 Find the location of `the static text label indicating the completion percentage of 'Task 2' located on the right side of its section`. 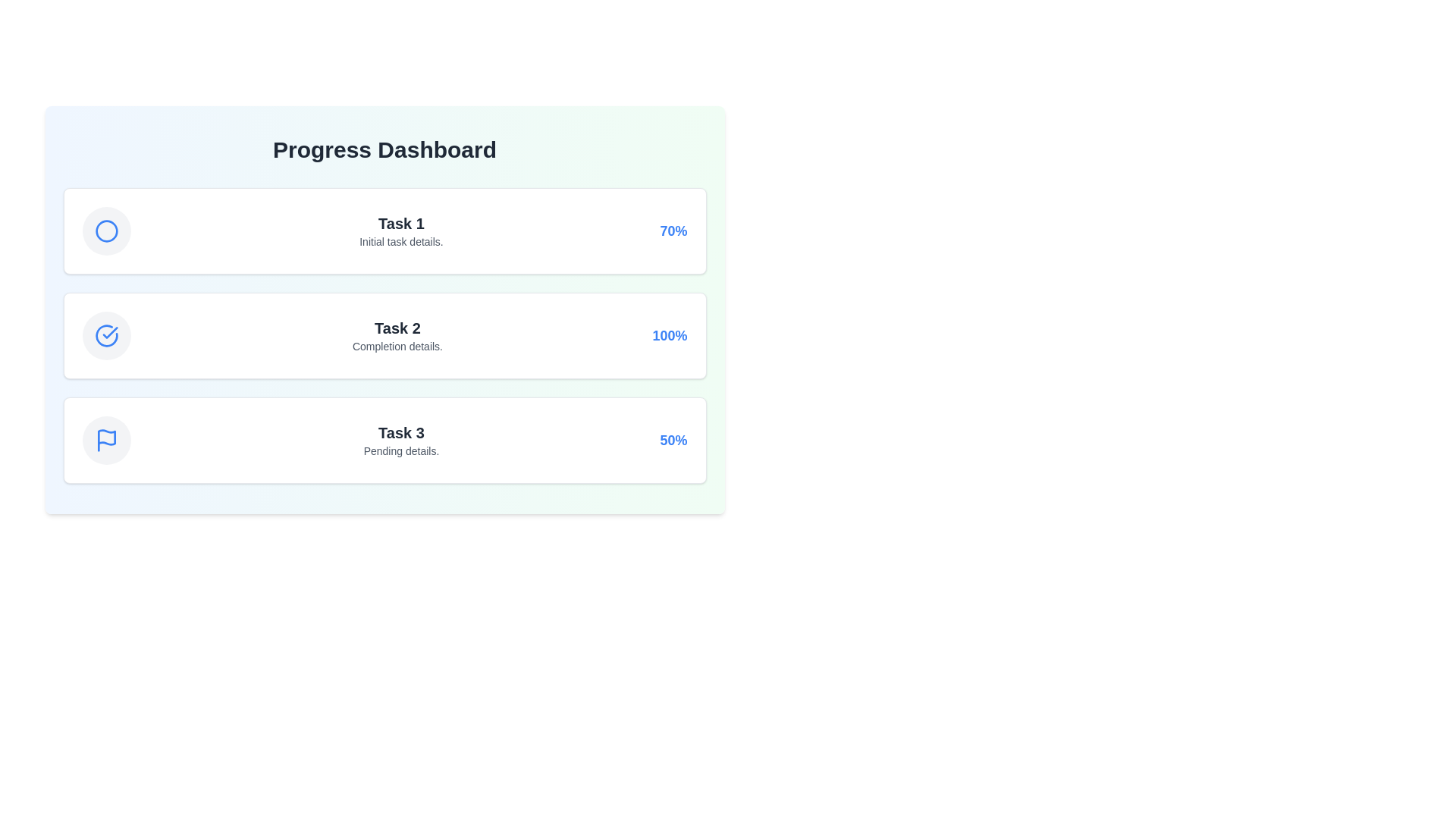

the static text label indicating the completion percentage of 'Task 2' located on the right side of its section is located at coordinates (669, 335).